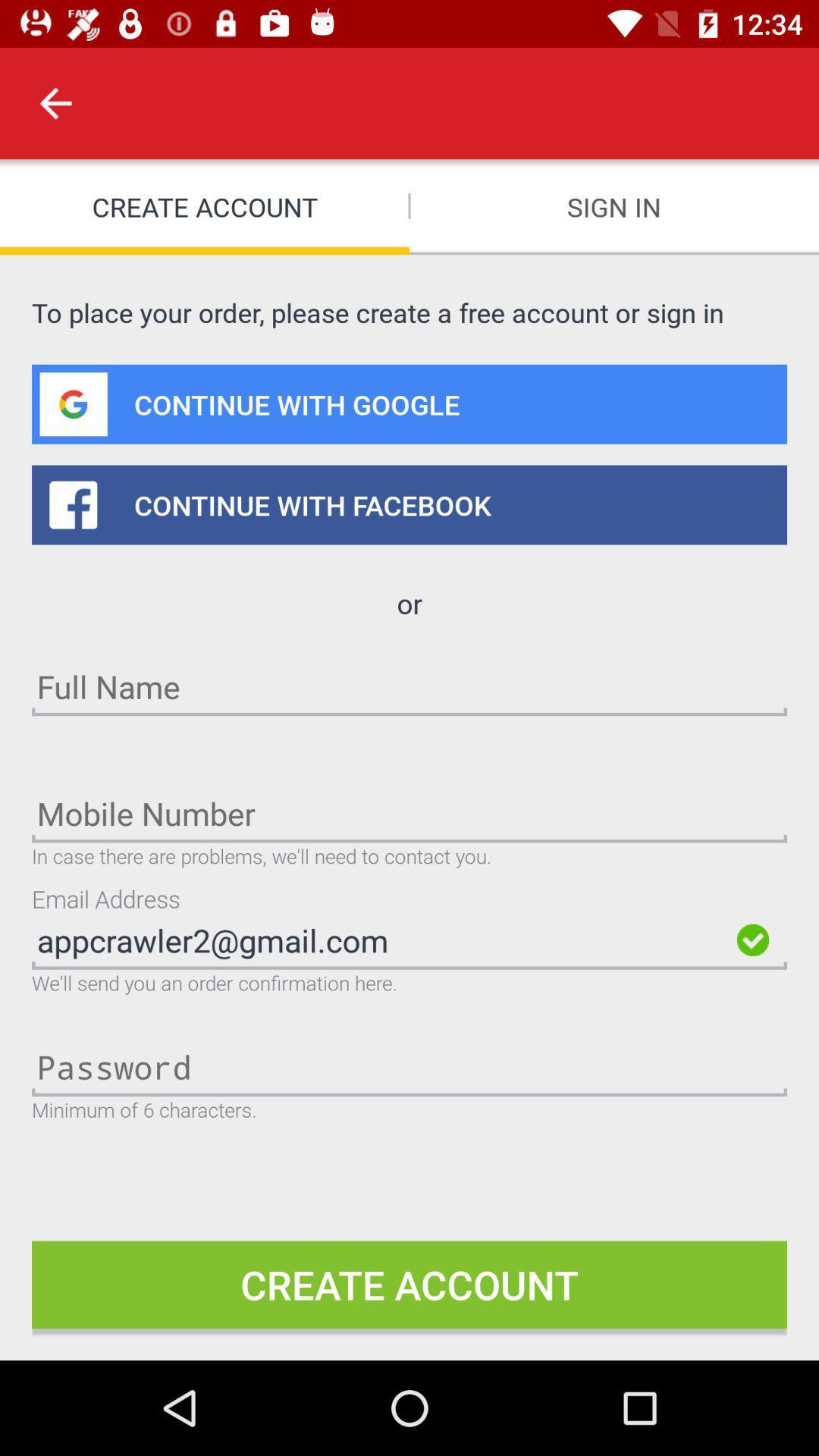  I want to click on the mobile number box, so click(409, 812).